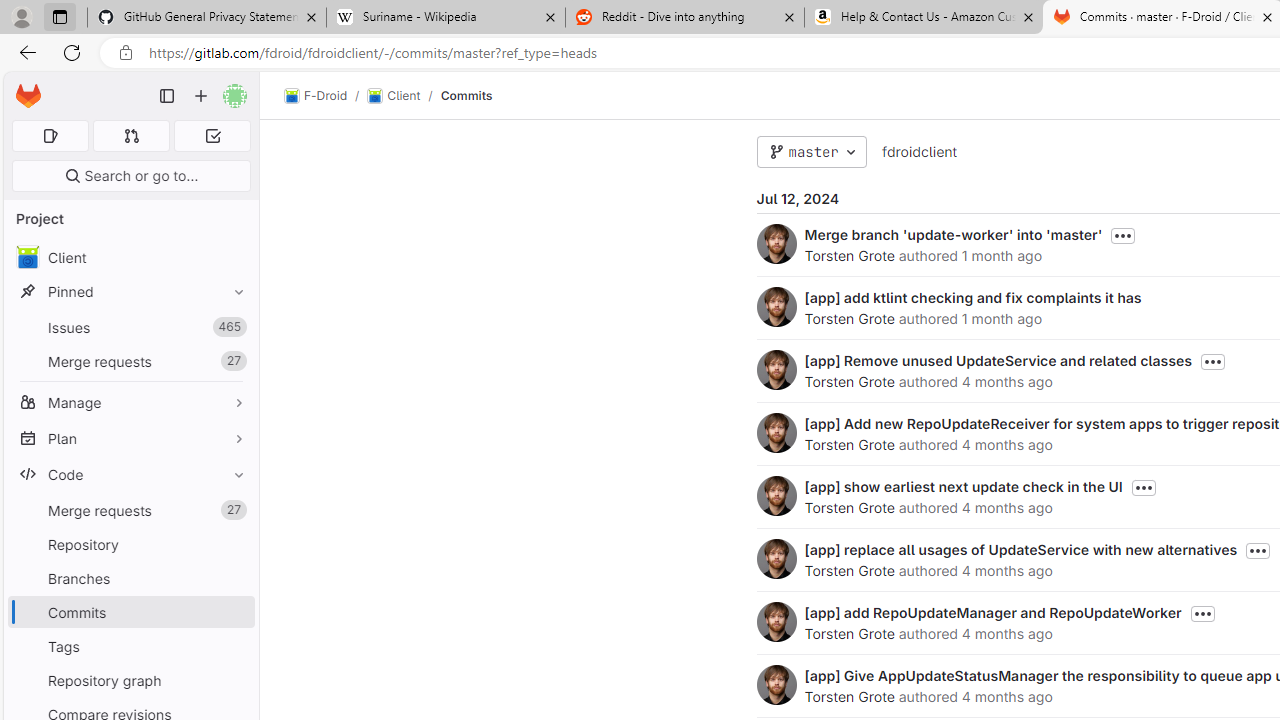 This screenshot has height=720, width=1280. I want to click on 'Issues465', so click(130, 326).